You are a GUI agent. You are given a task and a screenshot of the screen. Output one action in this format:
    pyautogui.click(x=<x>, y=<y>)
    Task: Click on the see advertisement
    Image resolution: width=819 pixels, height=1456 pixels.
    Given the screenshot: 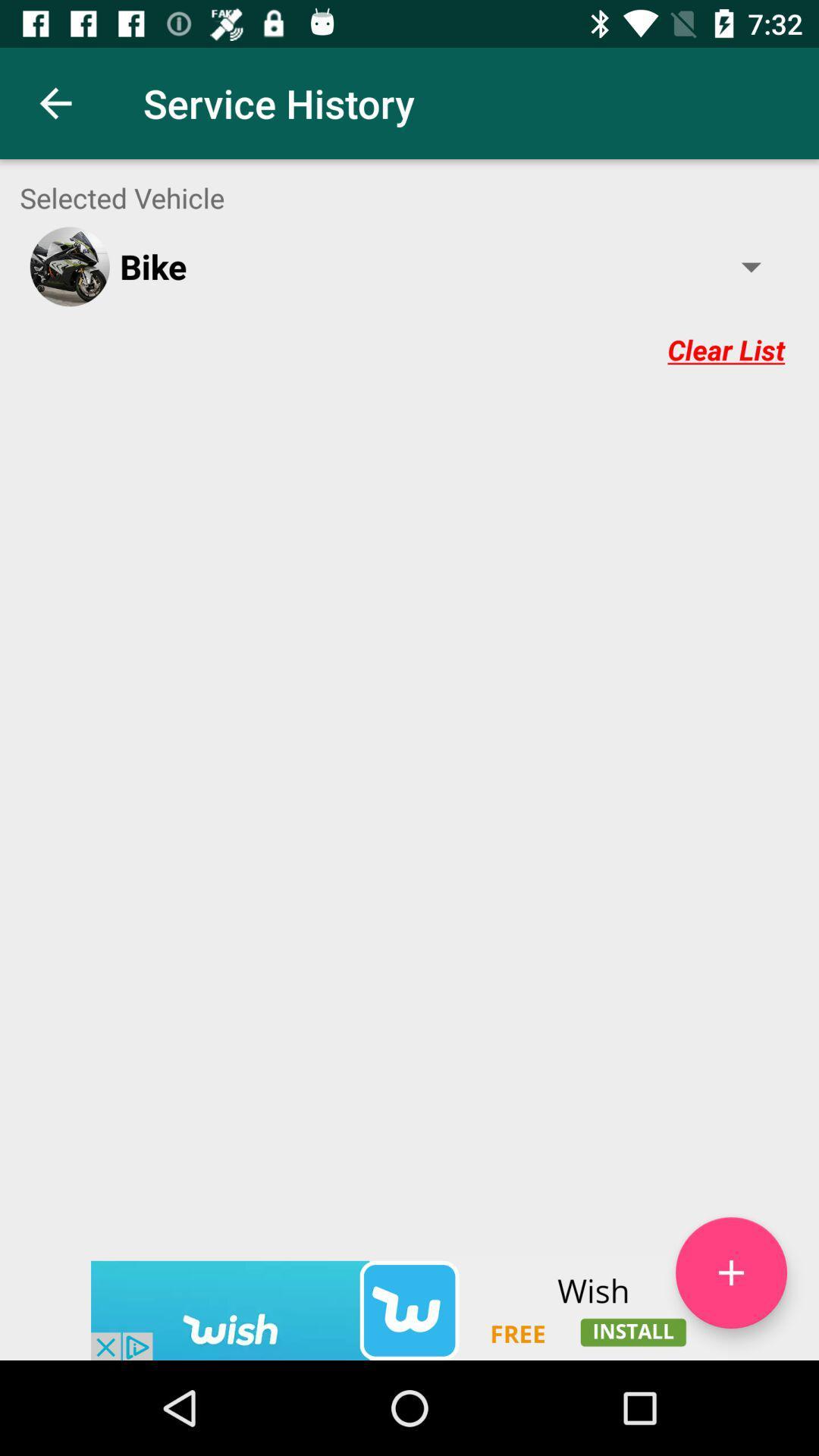 What is the action you would take?
    pyautogui.click(x=409, y=1310)
    